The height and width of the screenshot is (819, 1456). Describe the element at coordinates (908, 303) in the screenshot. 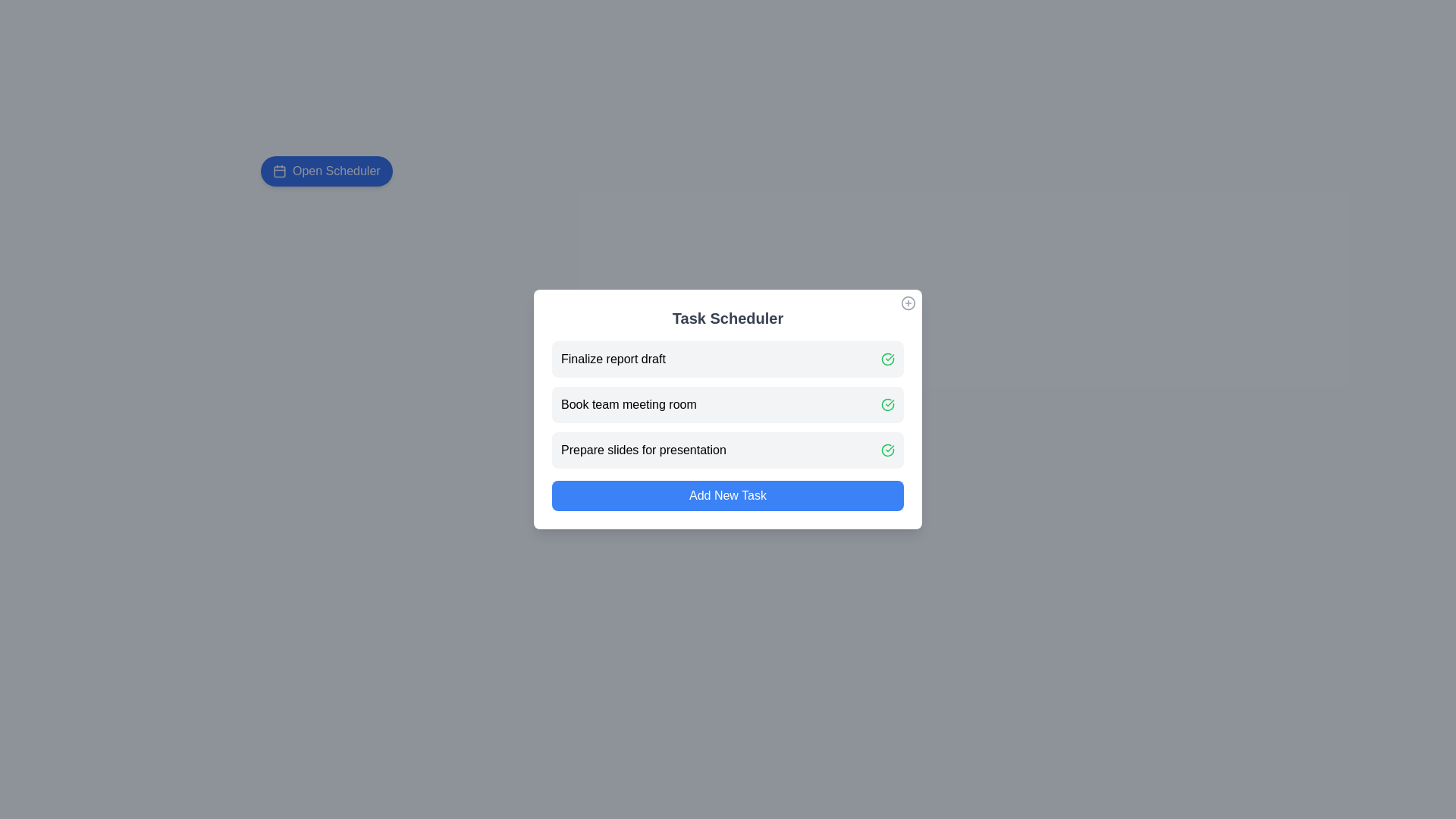

I see `the circular SVG button with a plus symbol located in the top-right corner of the Task Scheduler interface` at that location.